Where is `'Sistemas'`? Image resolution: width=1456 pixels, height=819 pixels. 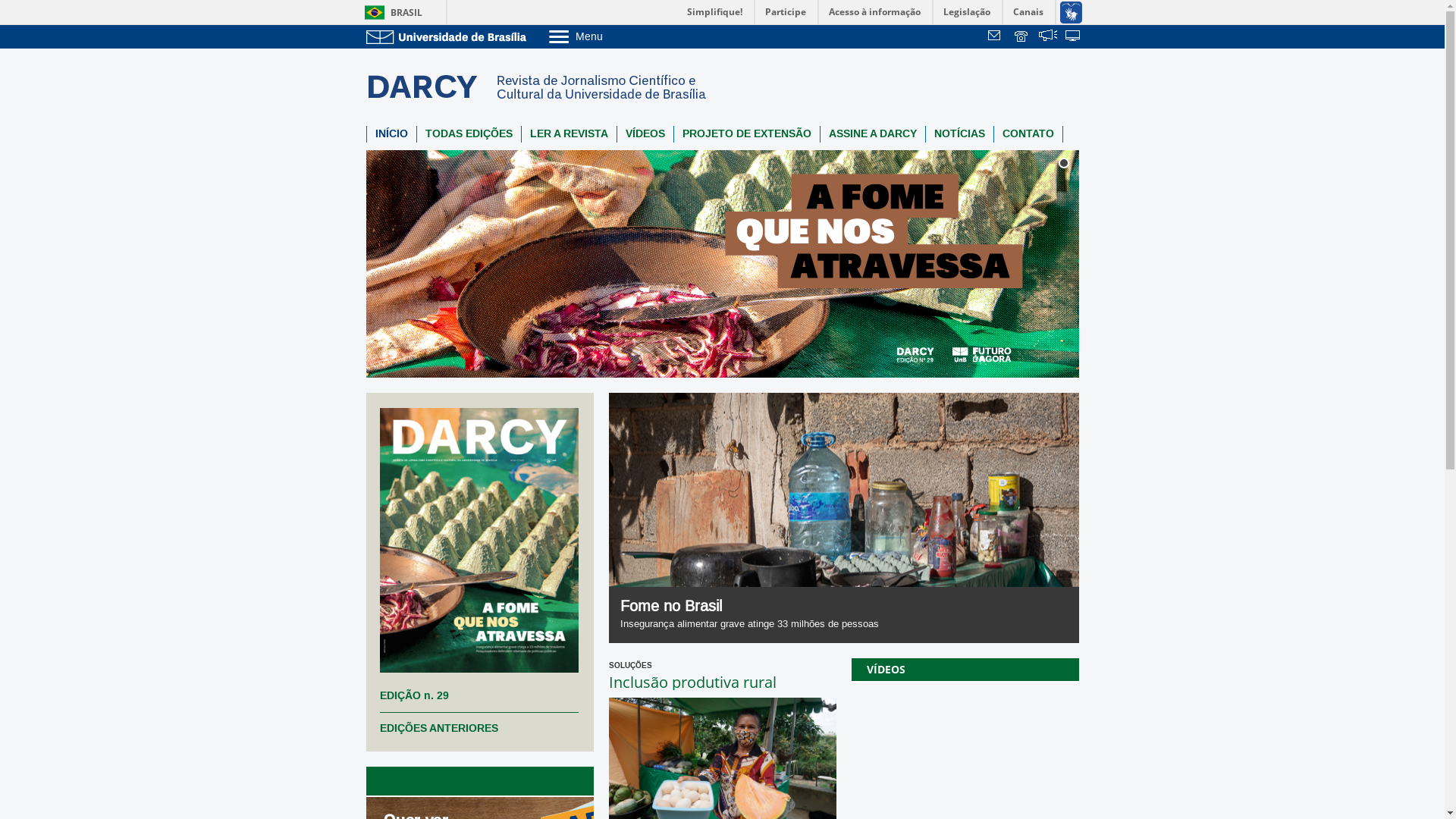 'Sistemas' is located at coordinates (1073, 36).